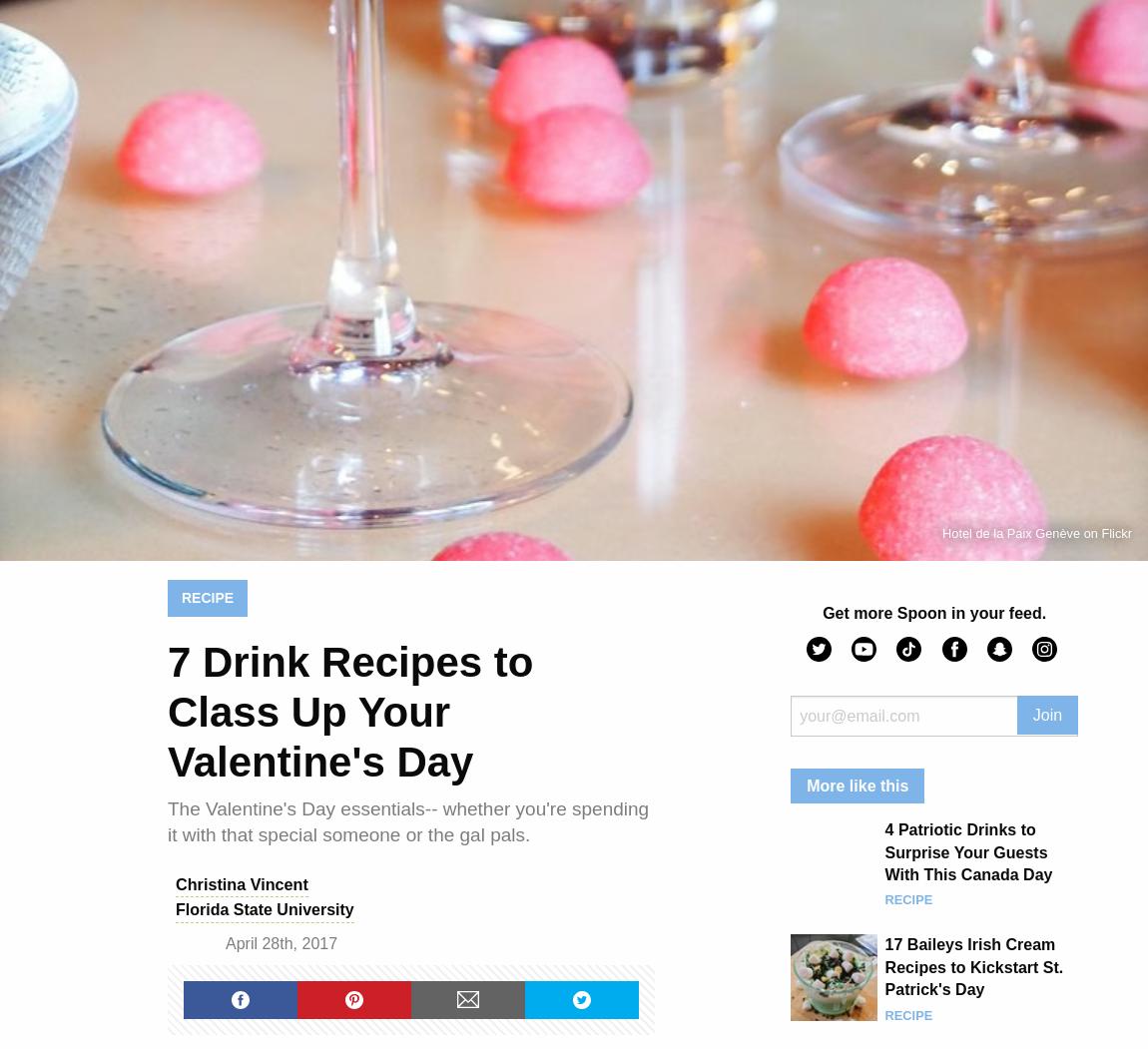 The height and width of the screenshot is (1049, 1148). Describe the element at coordinates (968, 850) in the screenshot. I see `'4 Patriotic Drinks to Surprise Your Guests With This Canada Day'` at that location.